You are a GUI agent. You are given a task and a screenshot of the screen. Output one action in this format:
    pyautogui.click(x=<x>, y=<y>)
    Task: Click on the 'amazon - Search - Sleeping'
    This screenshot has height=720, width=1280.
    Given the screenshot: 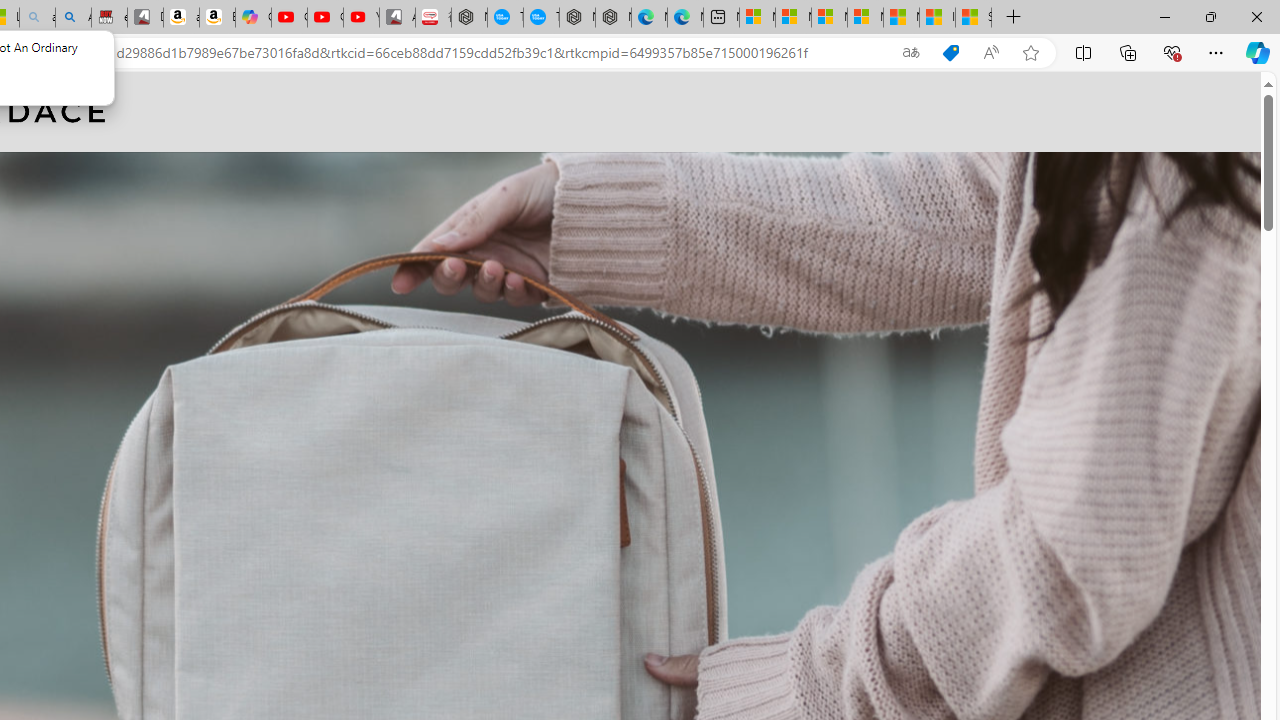 What is the action you would take?
    pyautogui.click(x=37, y=17)
    